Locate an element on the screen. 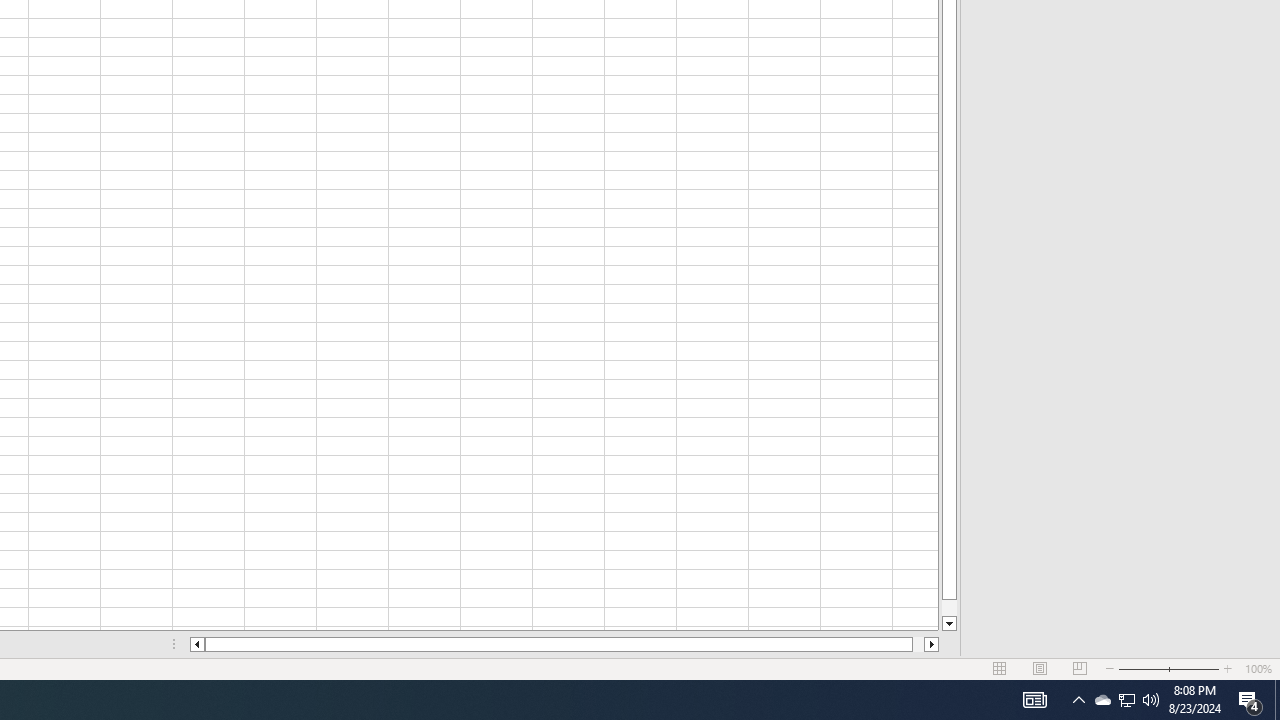  'Class: NetUIScrollBar' is located at coordinates (563, 644).